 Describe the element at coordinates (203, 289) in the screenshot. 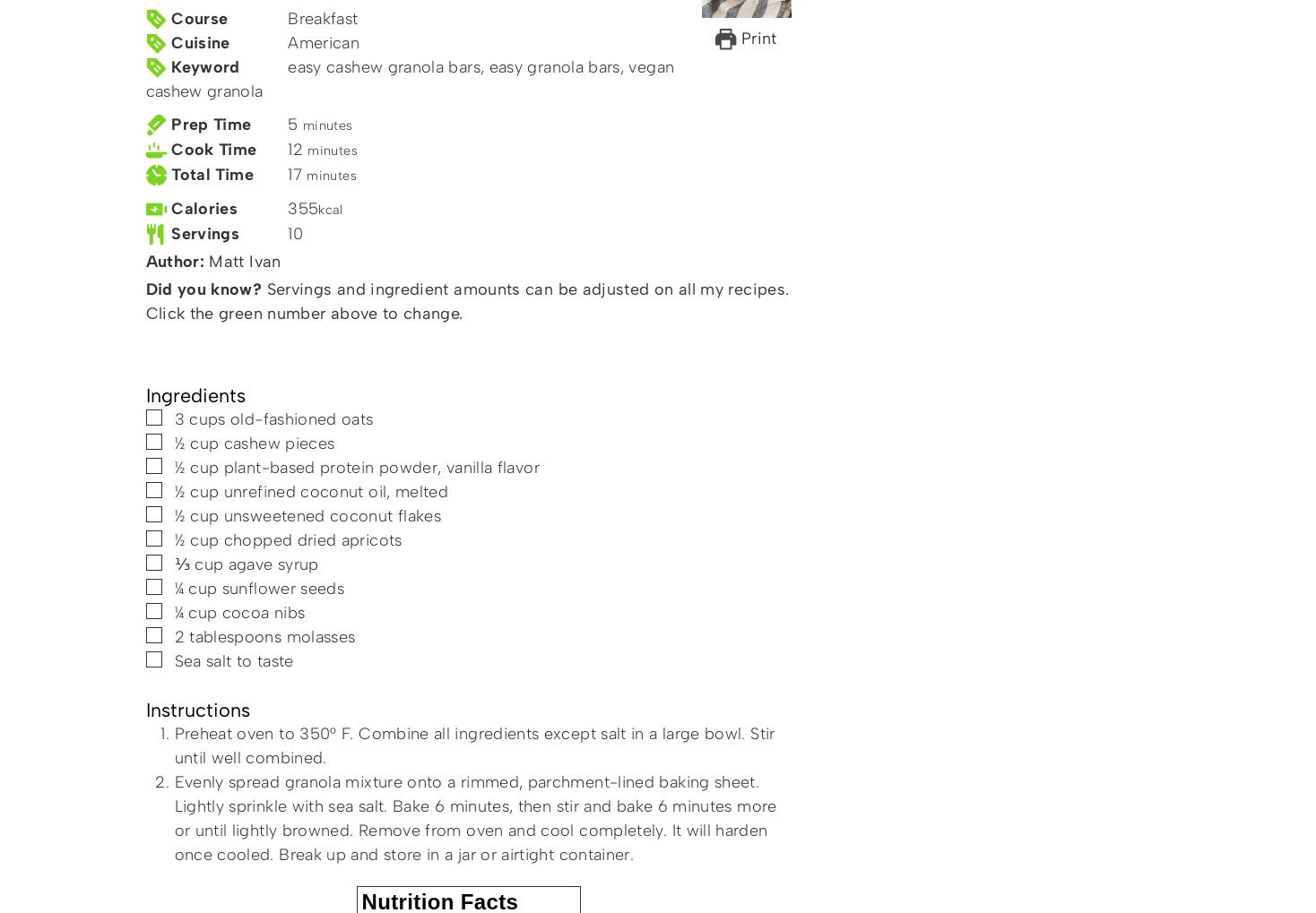

I see `'Did you know?'` at that location.